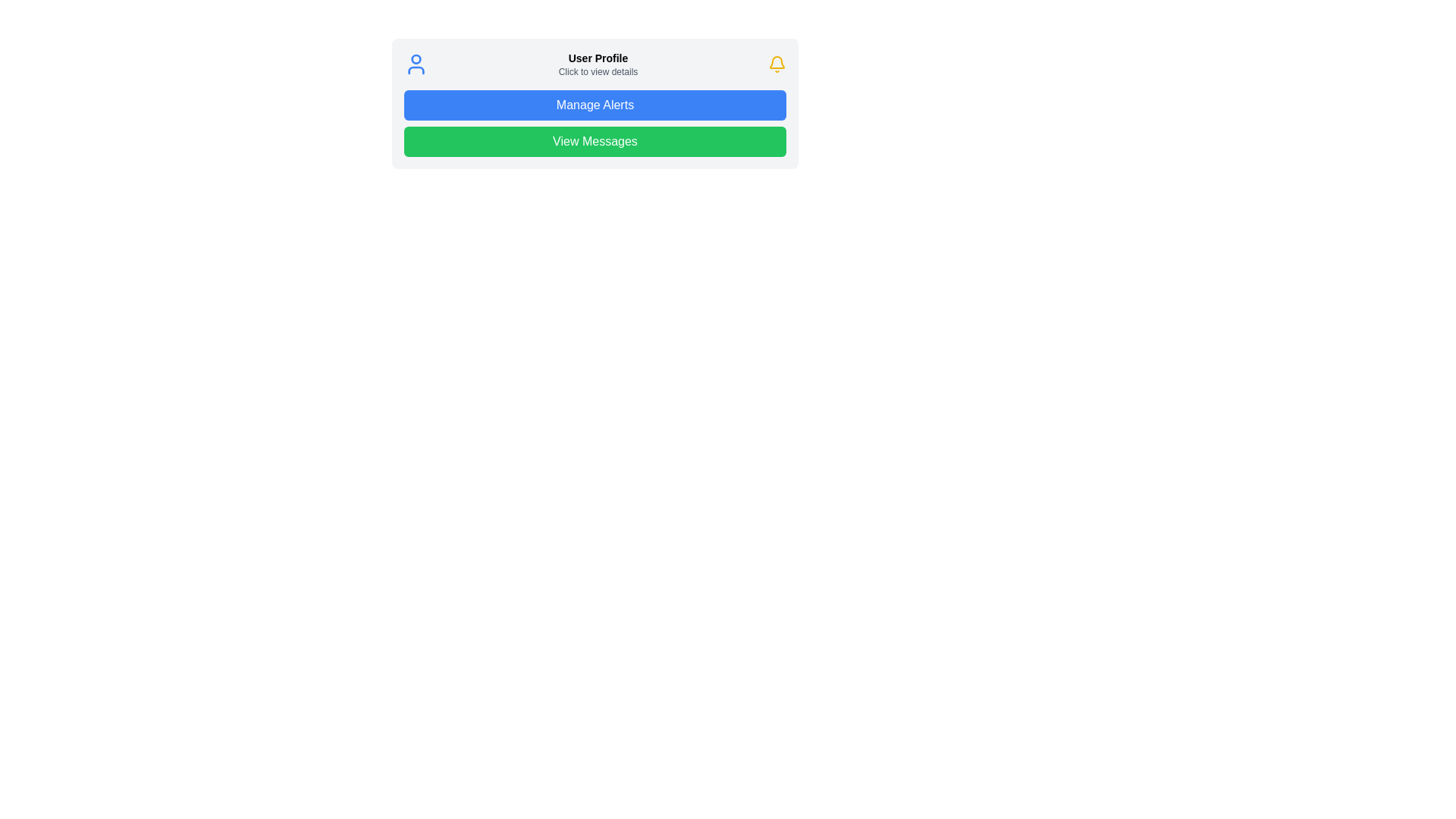 The height and width of the screenshot is (819, 1456). I want to click on the 'User Profile' text element that displays 'User Profile' and 'Click, so click(597, 63).